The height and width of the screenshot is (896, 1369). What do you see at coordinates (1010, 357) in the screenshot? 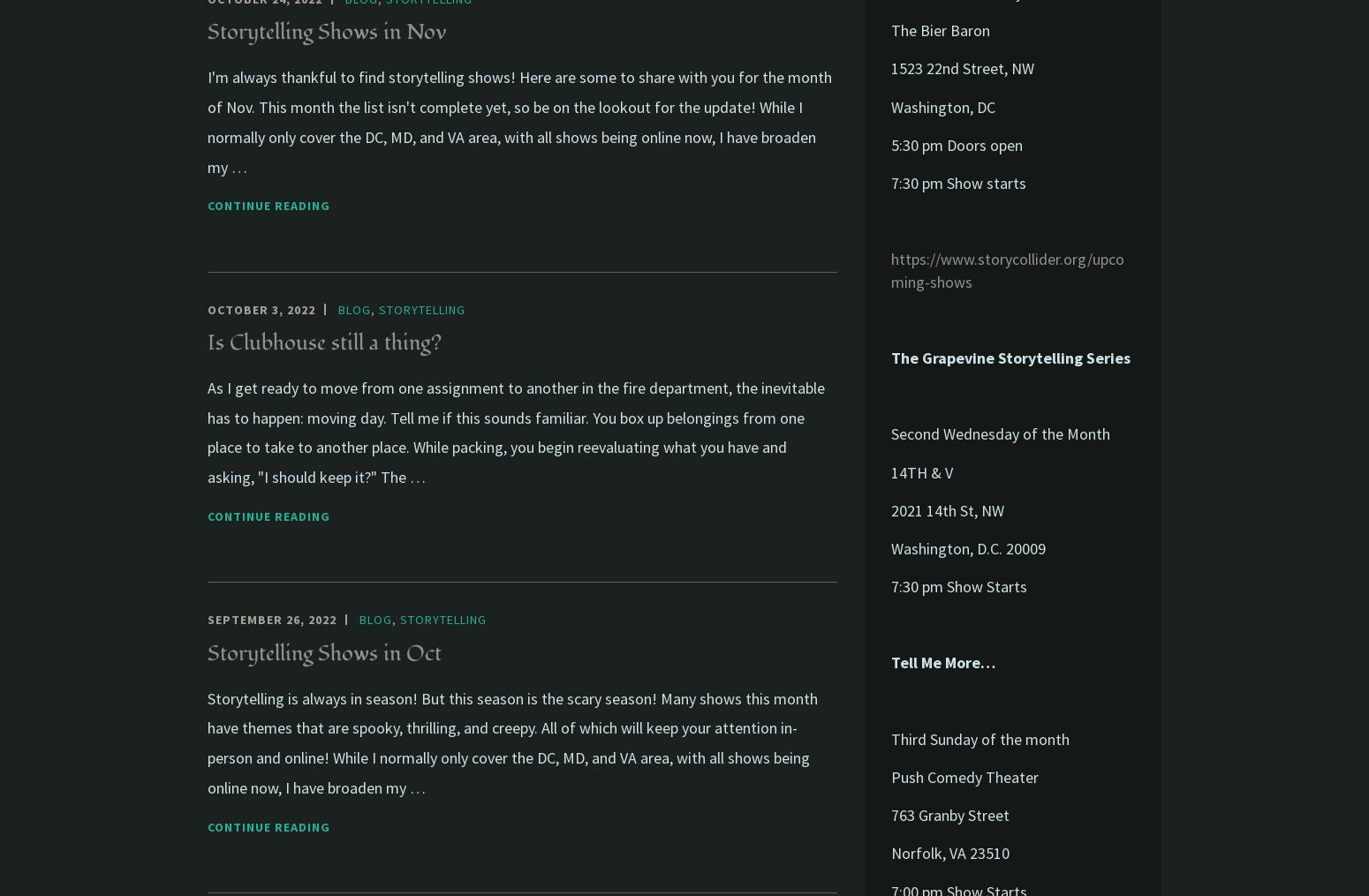
I see `'The Grapevine Storytelling Series'` at bounding box center [1010, 357].